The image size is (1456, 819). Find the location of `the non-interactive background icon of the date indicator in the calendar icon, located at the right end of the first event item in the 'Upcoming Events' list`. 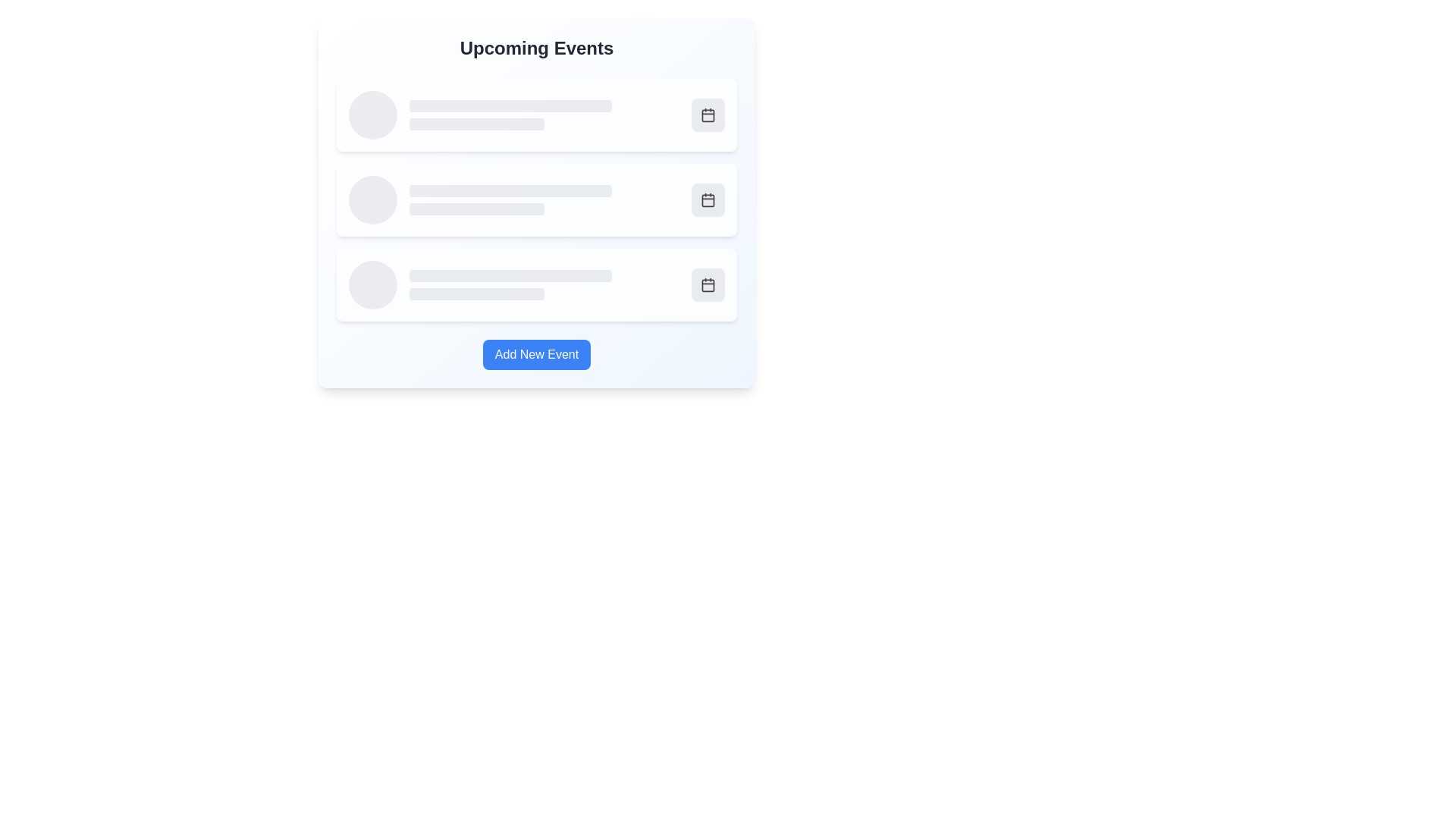

the non-interactive background icon of the date indicator in the calendar icon, located at the right end of the first event item in the 'Upcoming Events' list is located at coordinates (708, 114).